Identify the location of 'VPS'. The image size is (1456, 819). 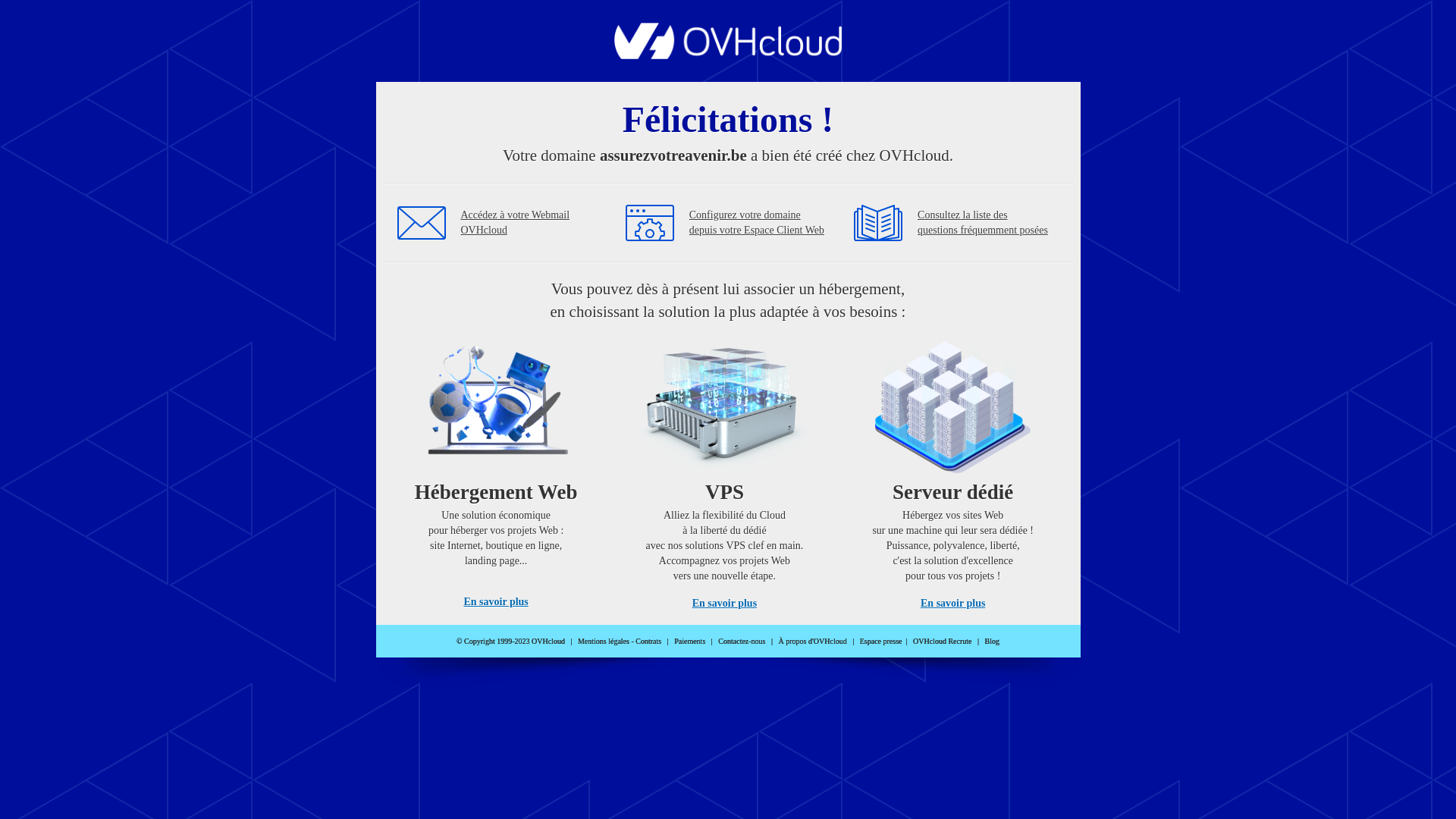
(723, 469).